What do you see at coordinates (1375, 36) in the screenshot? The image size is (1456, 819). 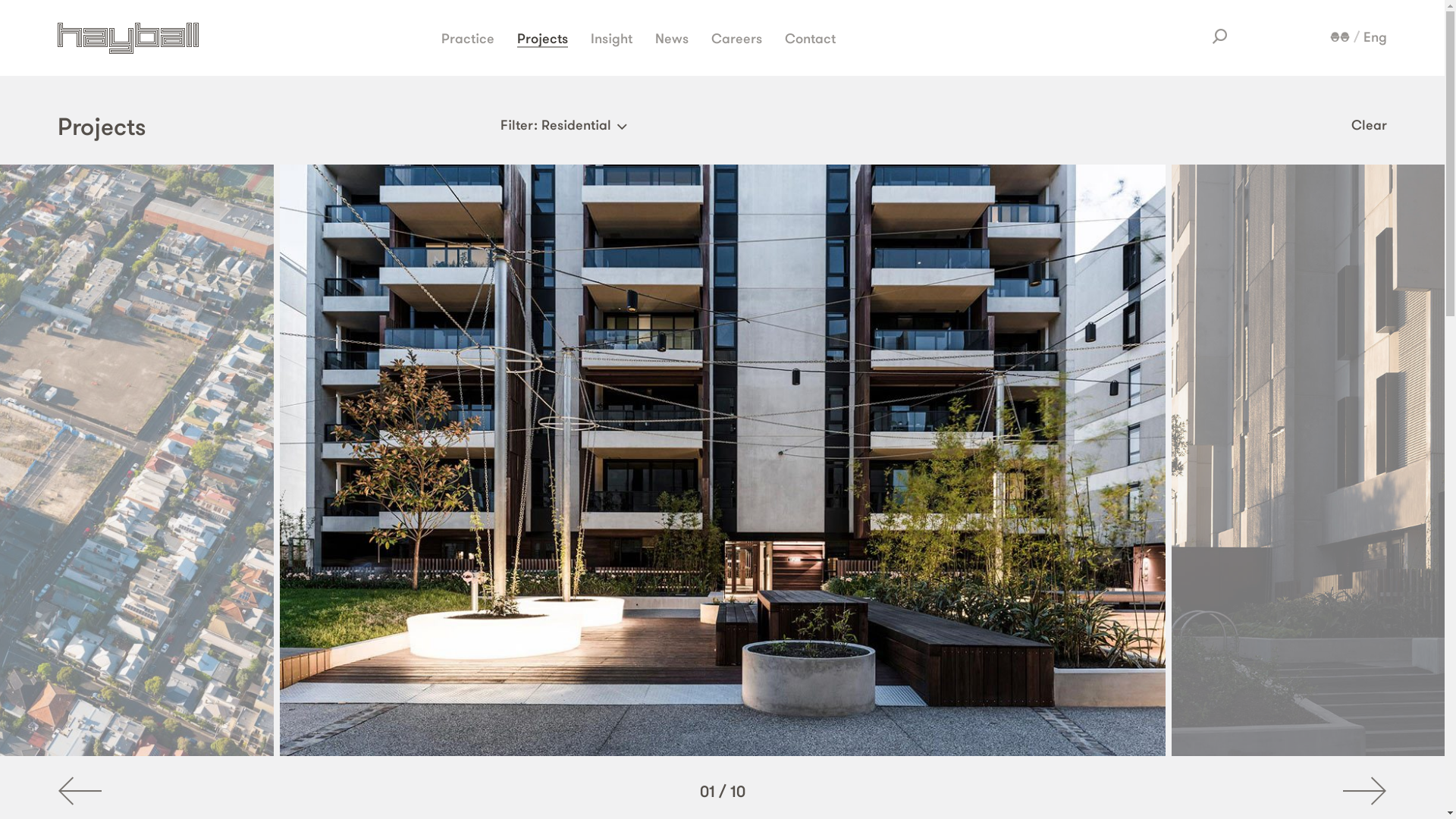 I see `'Eng'` at bounding box center [1375, 36].